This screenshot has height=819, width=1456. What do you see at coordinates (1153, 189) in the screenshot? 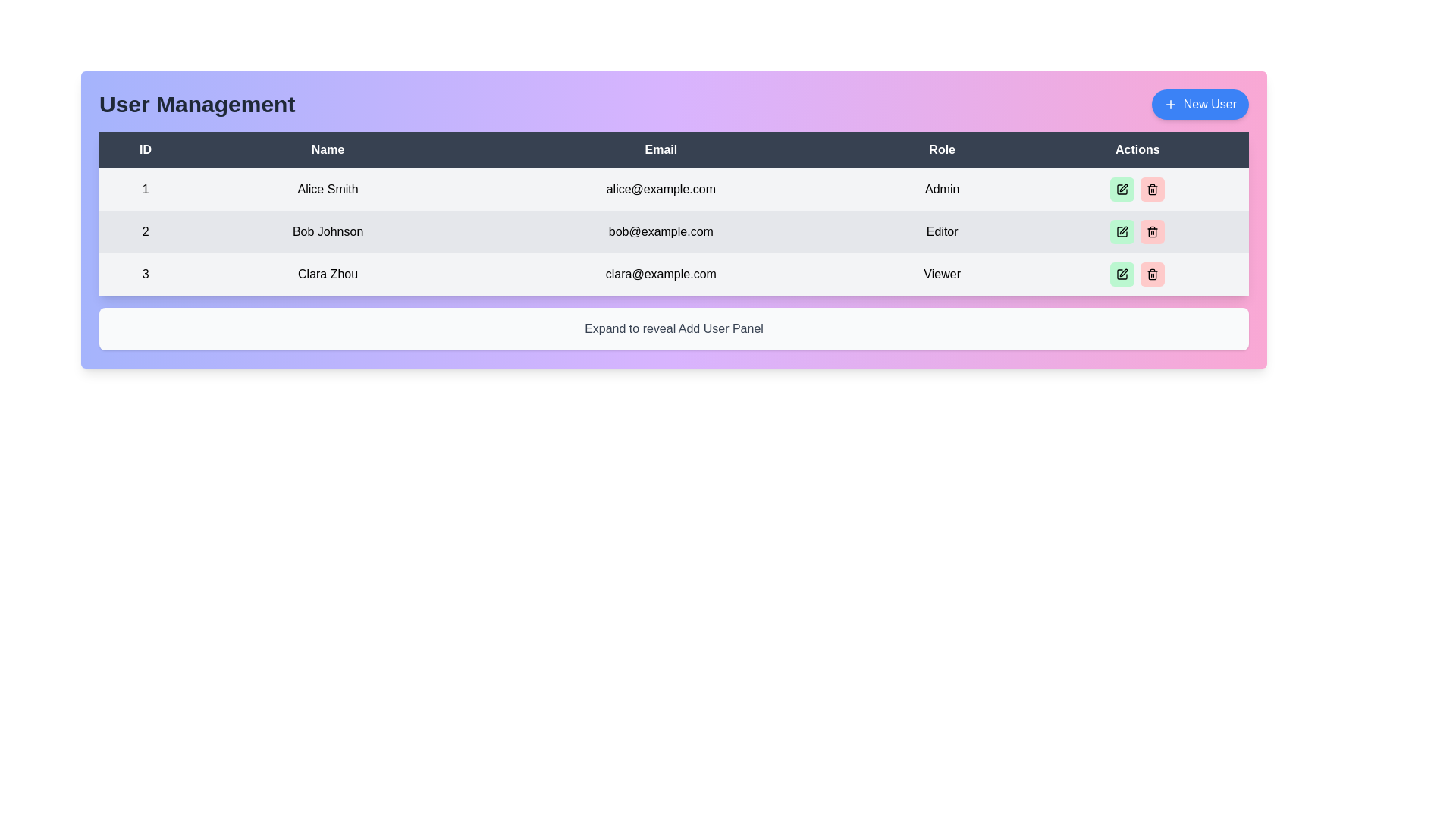
I see `the trash icon in the 'Actions' column of the first row to invoke deletion of the associated user entry with the email 'alice@example.com'` at bounding box center [1153, 189].